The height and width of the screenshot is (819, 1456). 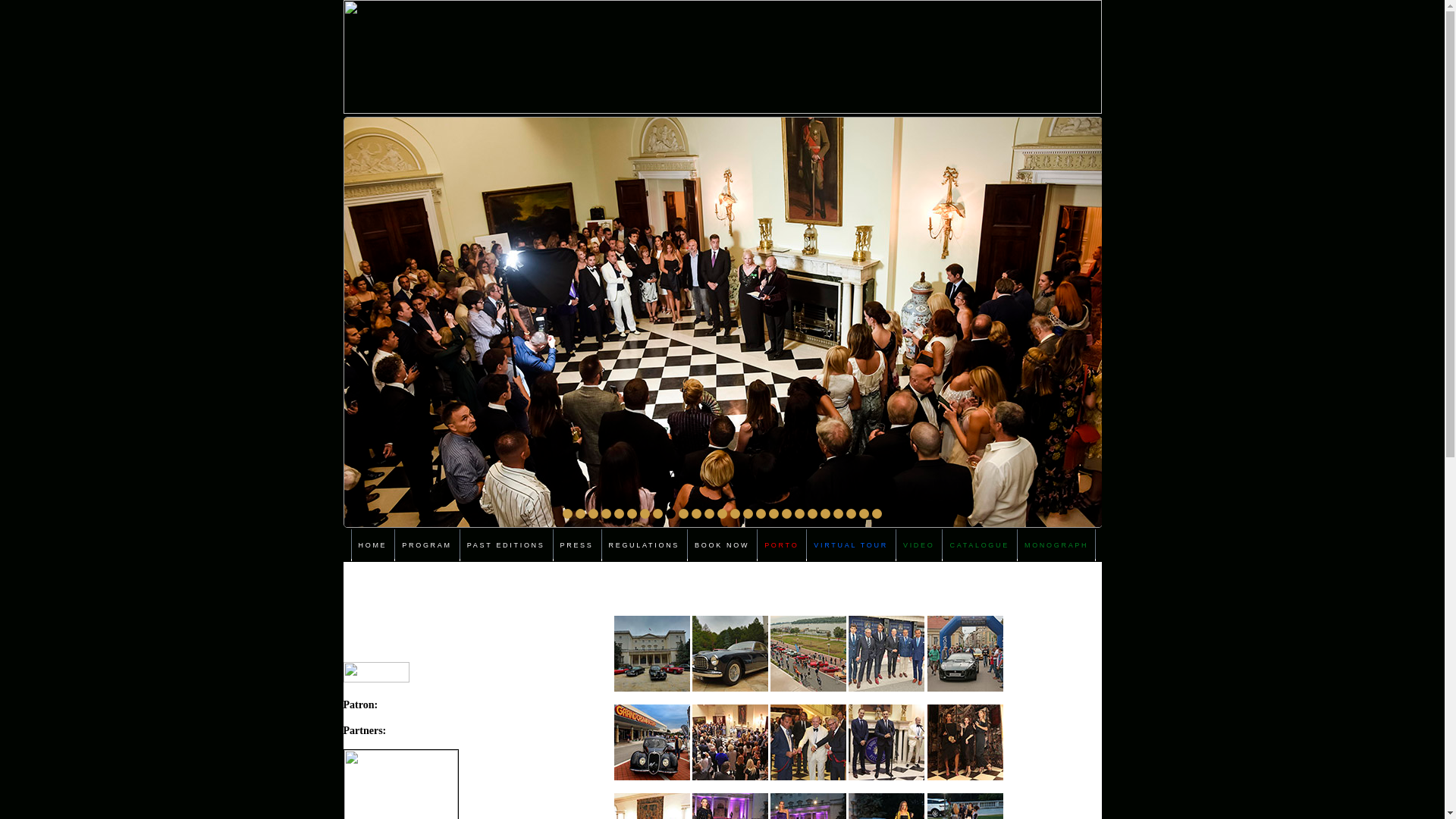 I want to click on 'BOOK NOW', so click(x=686, y=544).